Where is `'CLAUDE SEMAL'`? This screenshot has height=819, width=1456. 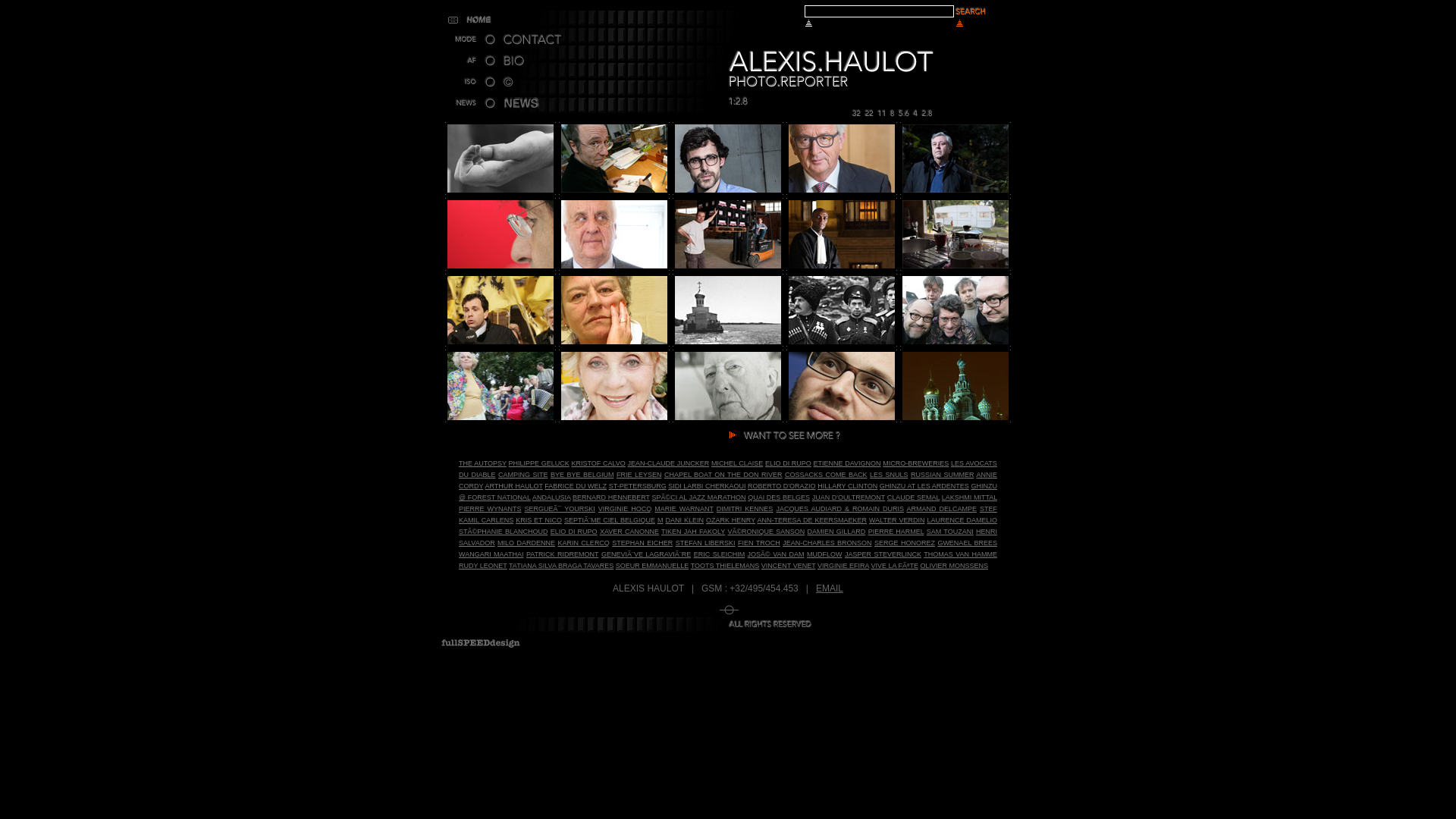
'CLAUDE SEMAL' is located at coordinates (887, 497).